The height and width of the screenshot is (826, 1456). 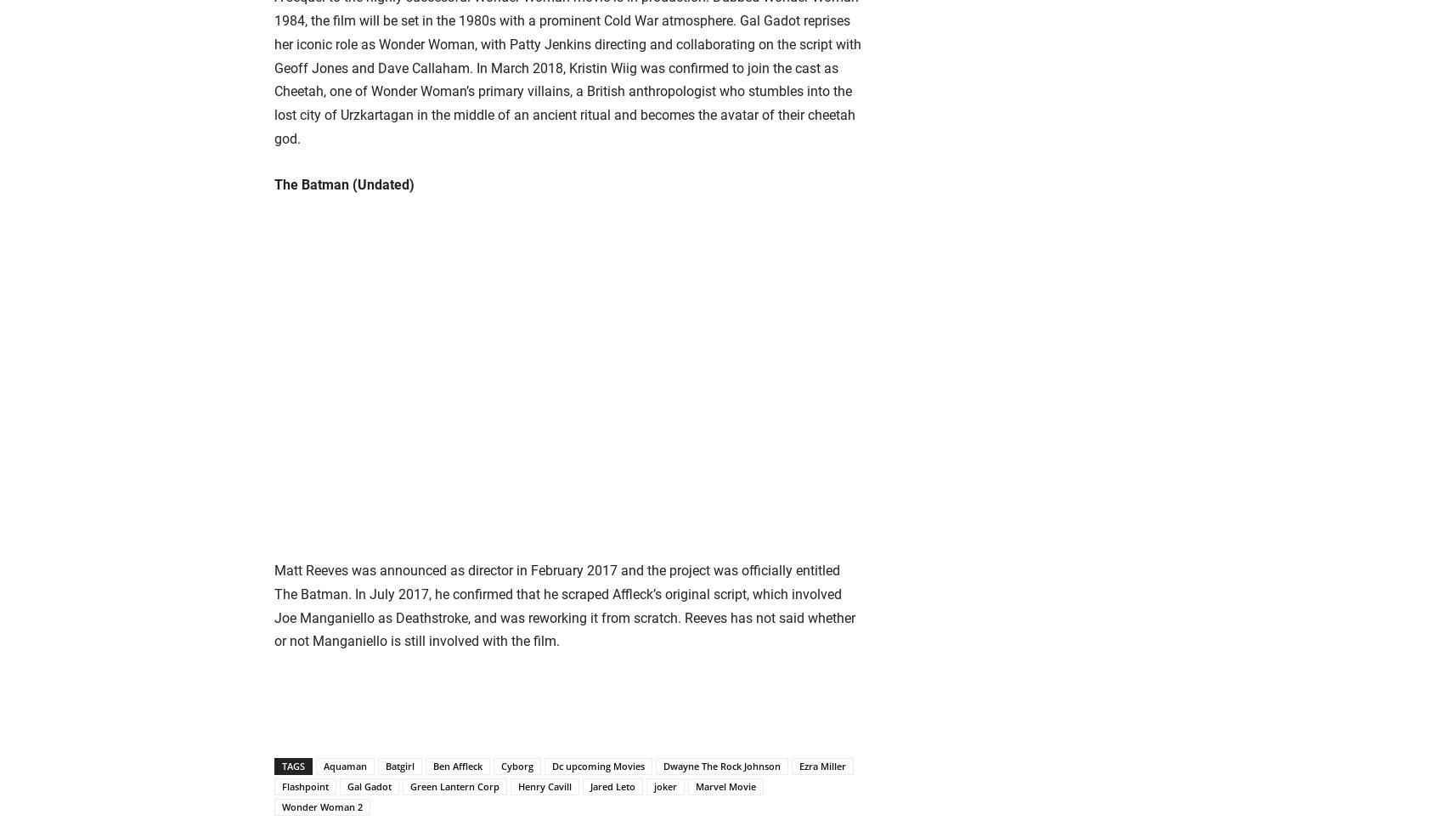 I want to click on 'Matt Reeves was announced as director in February 2017 and the project was officially entitled The Batman. In July 2017, he confirmed that he scraped Affleck’s original script, which involved Joe Manganiello as Deathstroke, and was reworking it from scratch. Reeves has not said whether or not Manganiello is still involved with the film.', so click(x=564, y=604).